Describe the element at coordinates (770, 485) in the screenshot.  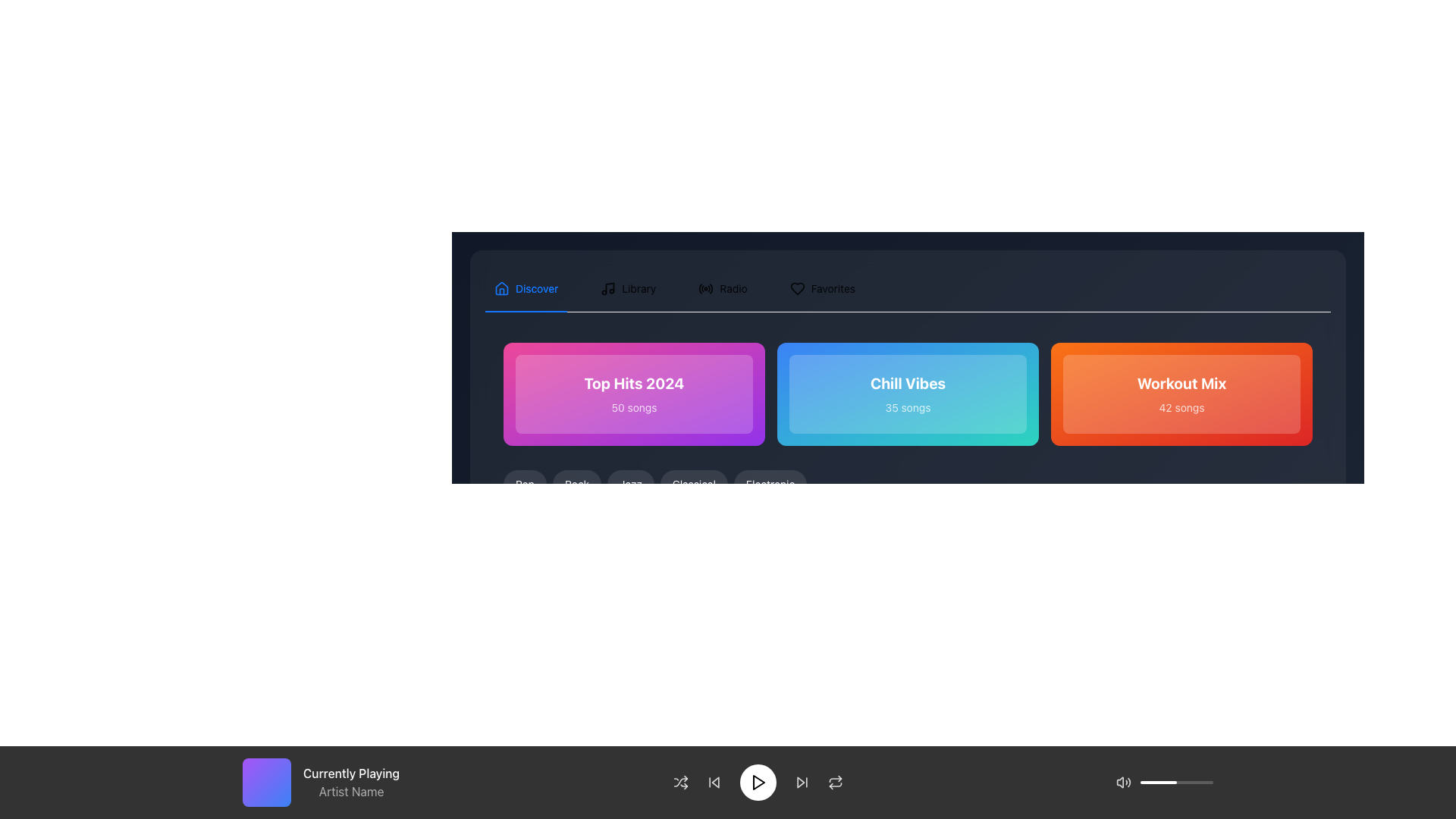
I see `the 'Electronic' button, which is a rounded button with a light text color on a darker background, positioned as the fifth button in a horizontal list of genre buttons` at that location.